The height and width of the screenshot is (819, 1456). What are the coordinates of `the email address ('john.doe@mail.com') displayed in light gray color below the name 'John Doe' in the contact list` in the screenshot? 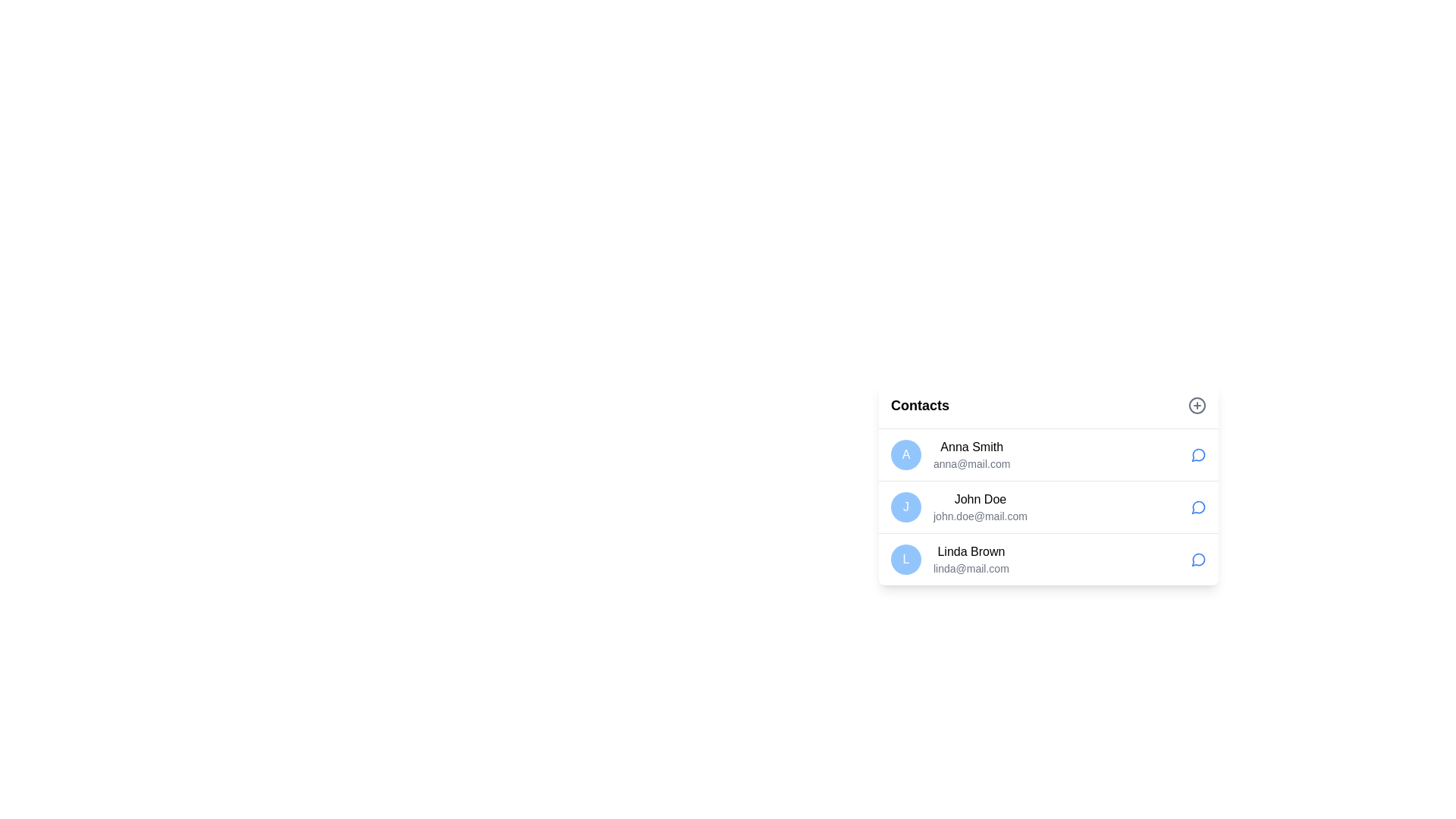 It's located at (980, 516).